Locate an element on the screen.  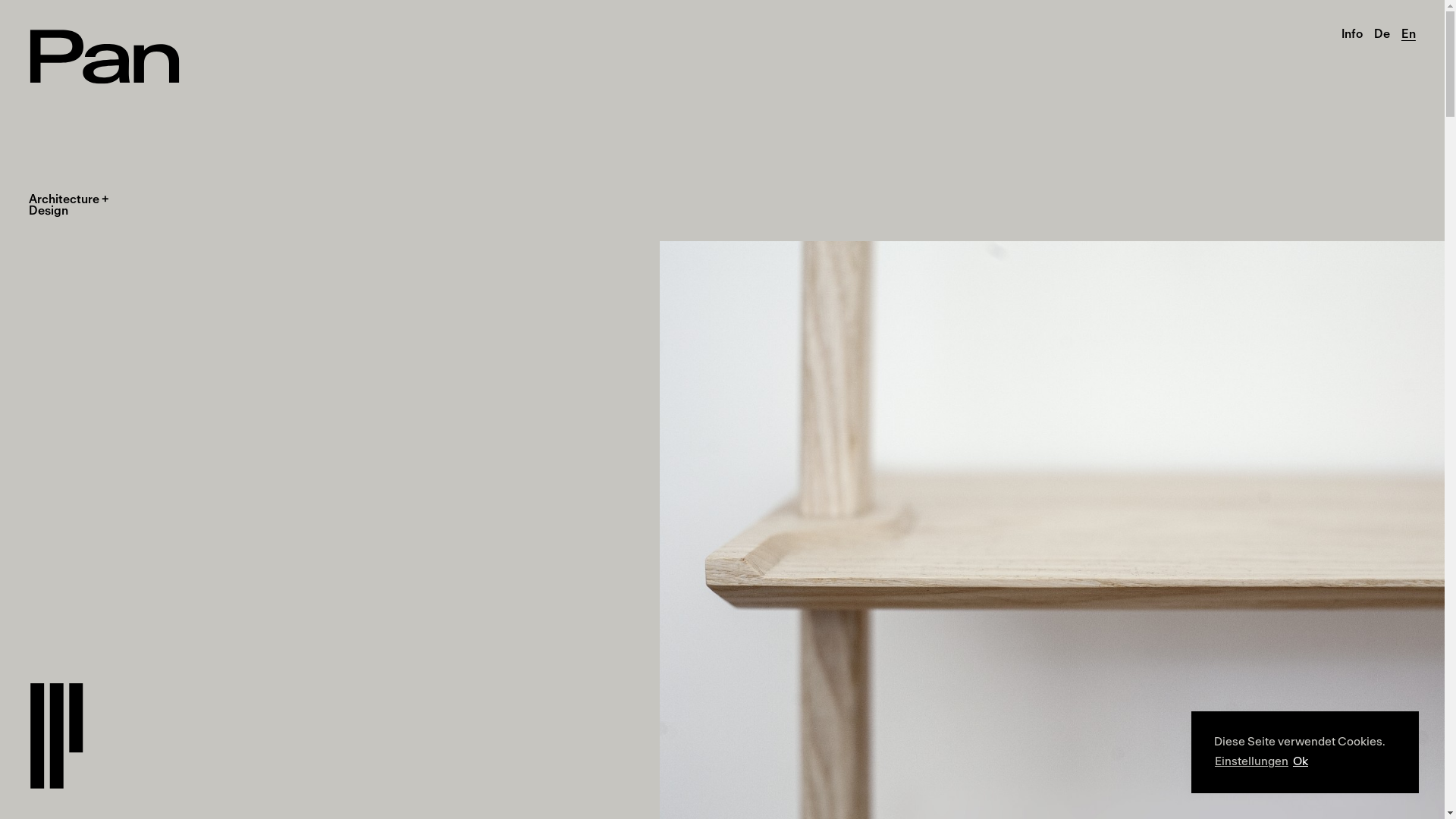
'Info' is located at coordinates (1351, 34).